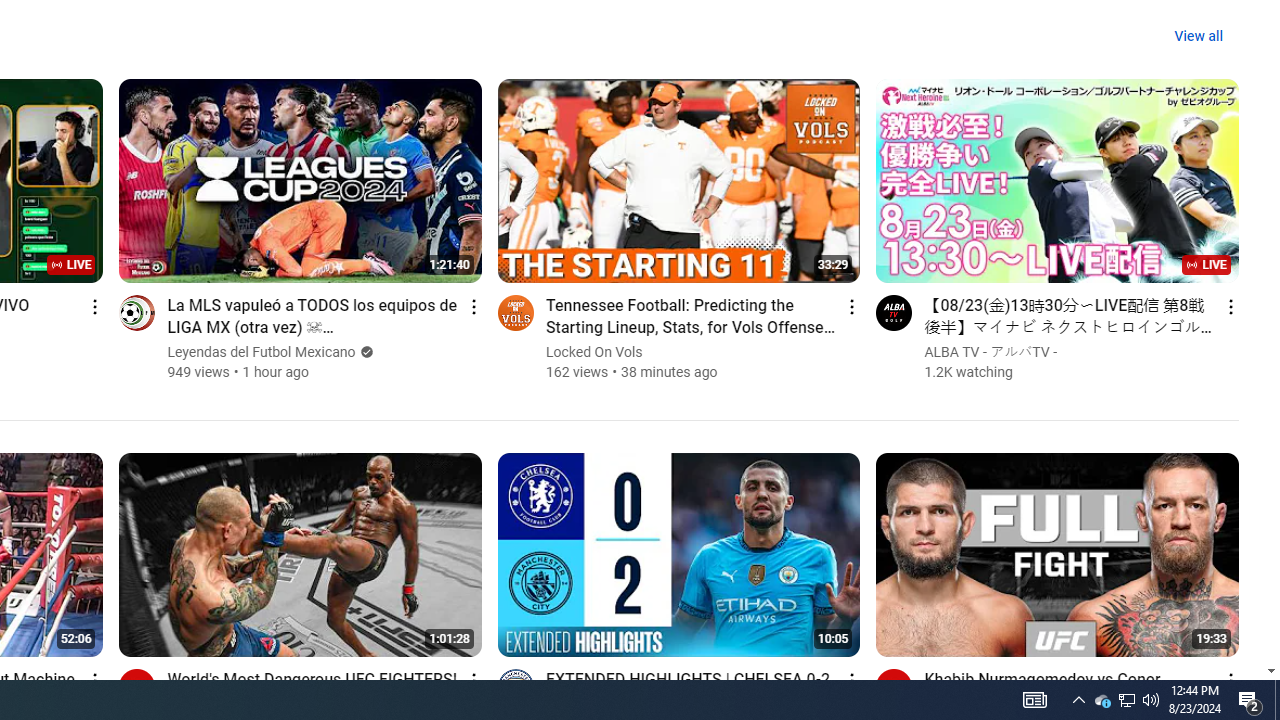 Image resolution: width=1280 pixels, height=720 pixels. Describe the element at coordinates (260, 351) in the screenshot. I see `'Leyendas del Futbol Mexicano'` at that location.